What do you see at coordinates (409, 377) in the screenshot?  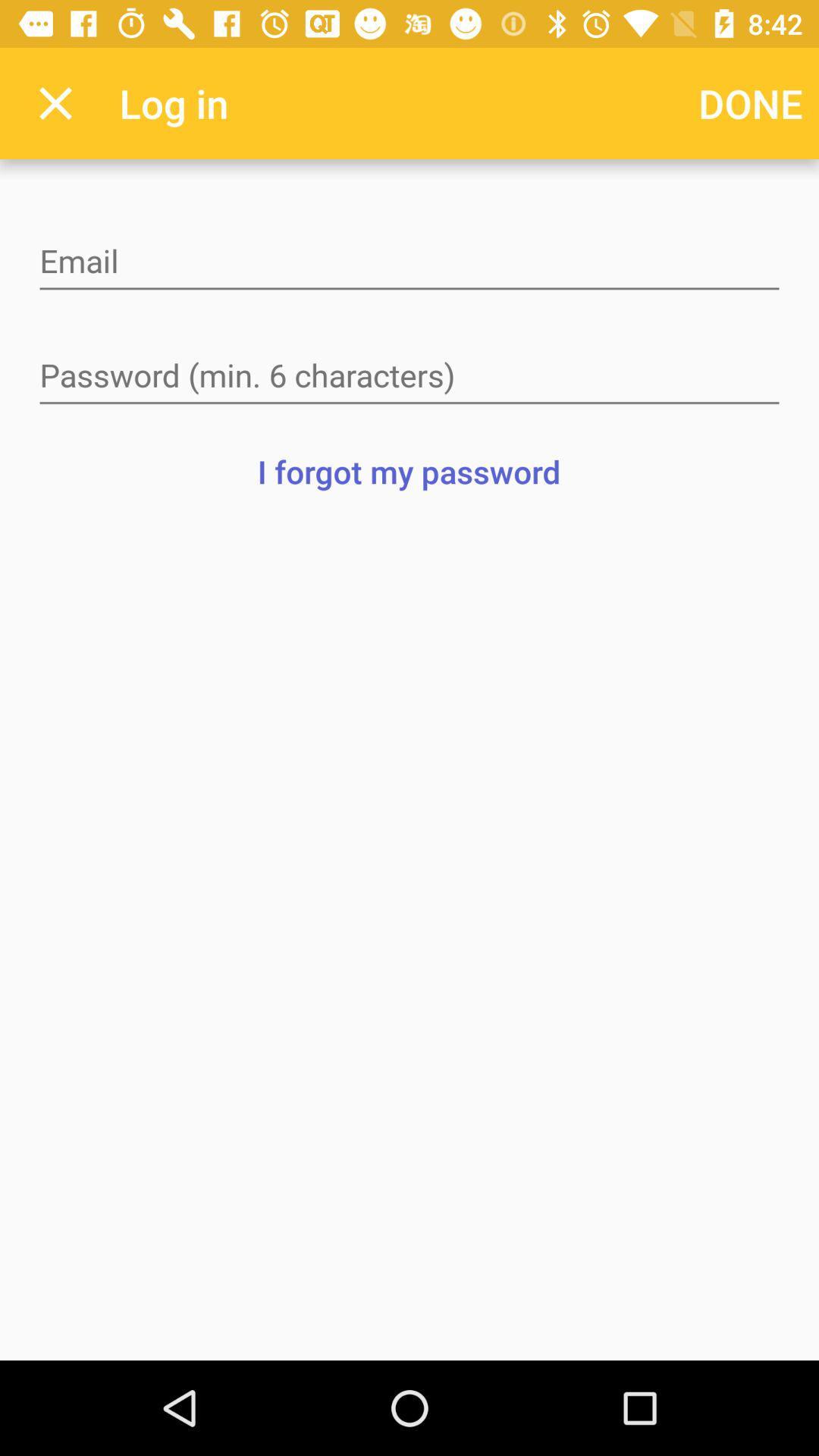 I see `password` at bounding box center [409, 377].